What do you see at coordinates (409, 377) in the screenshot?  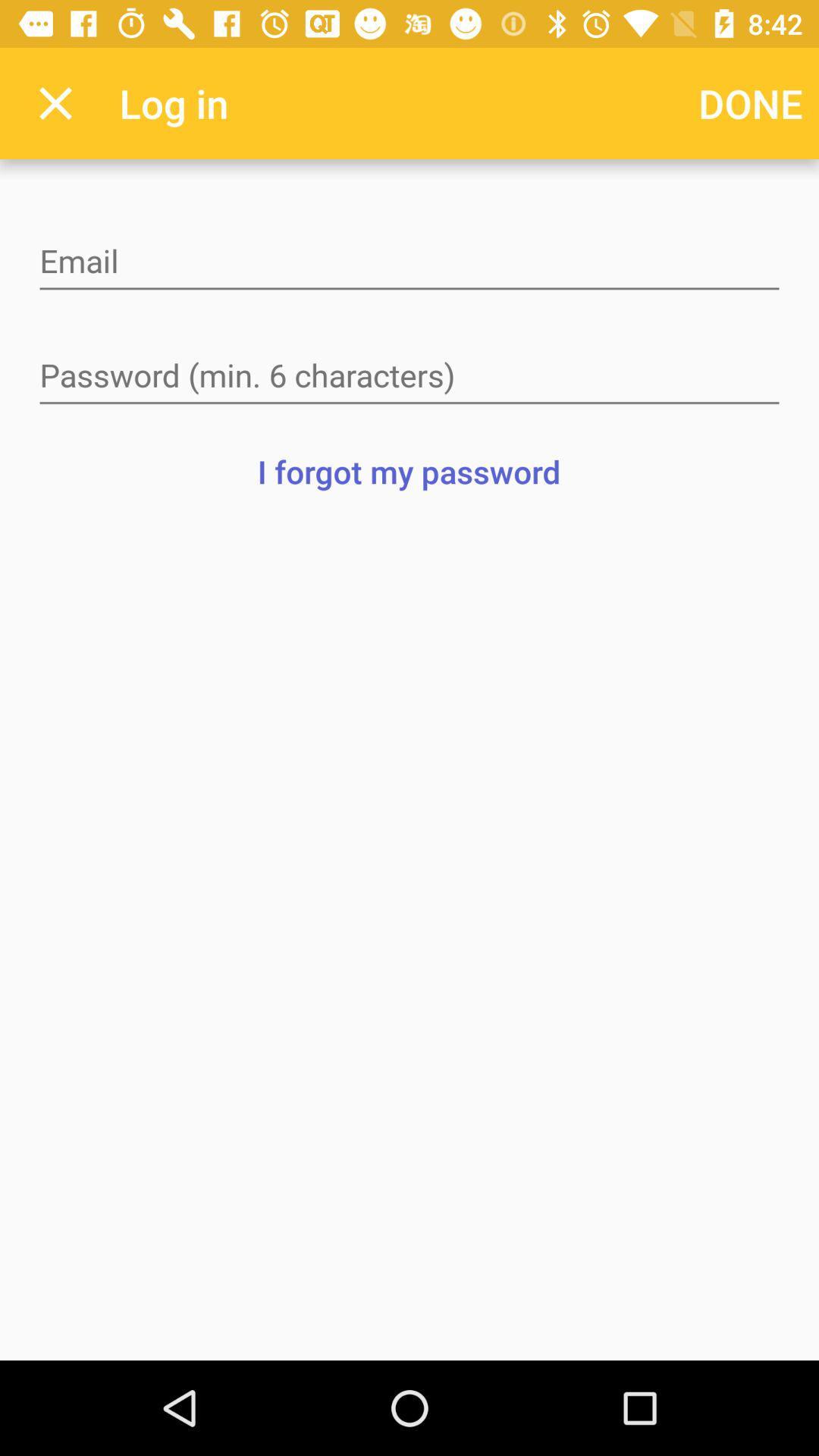 I see `password` at bounding box center [409, 377].